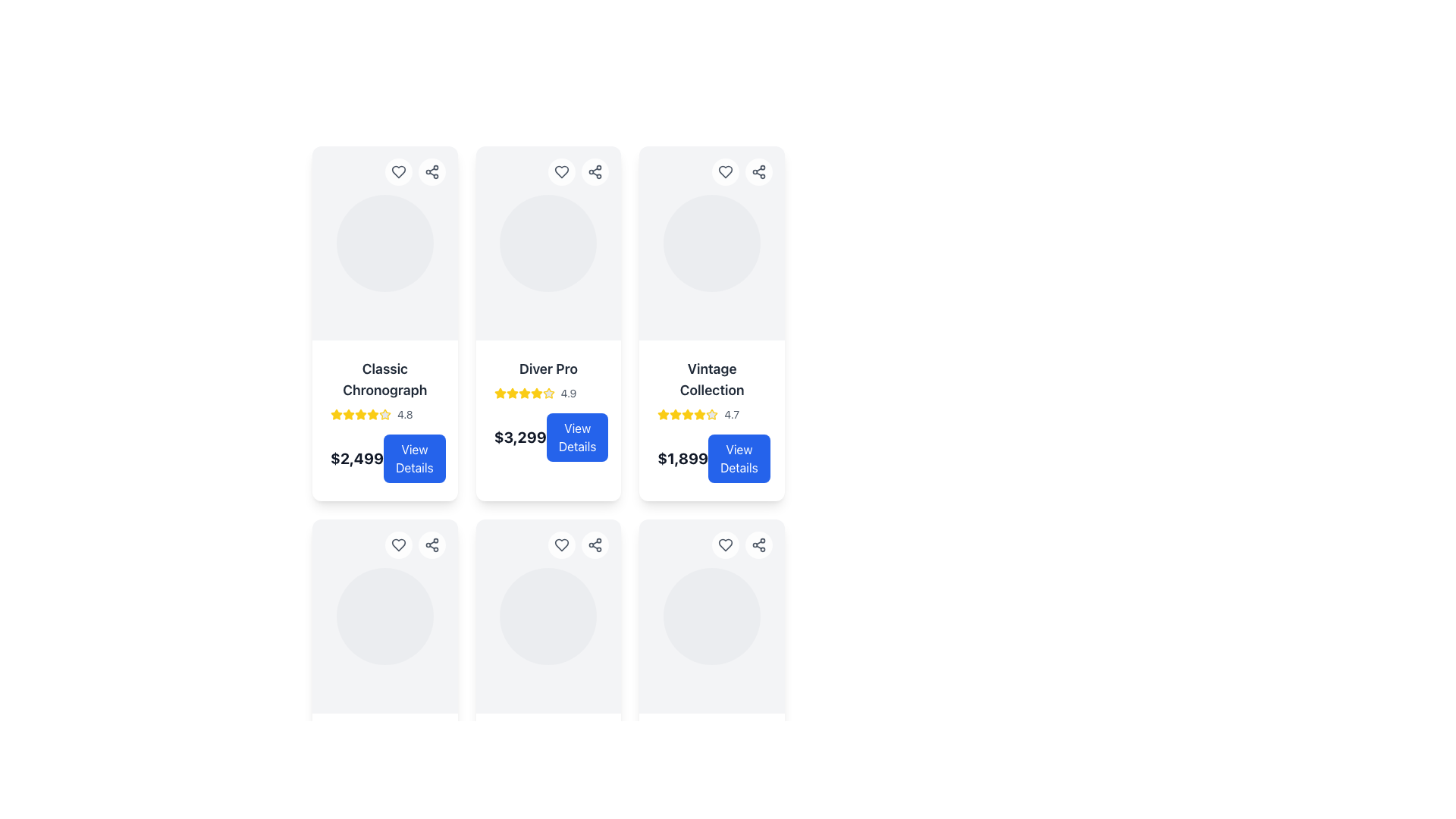 This screenshot has width=1456, height=819. I want to click on the blue 'View Details' button with white text located at the lower-right corner of the 'Classic Chronograph' card, so click(414, 458).